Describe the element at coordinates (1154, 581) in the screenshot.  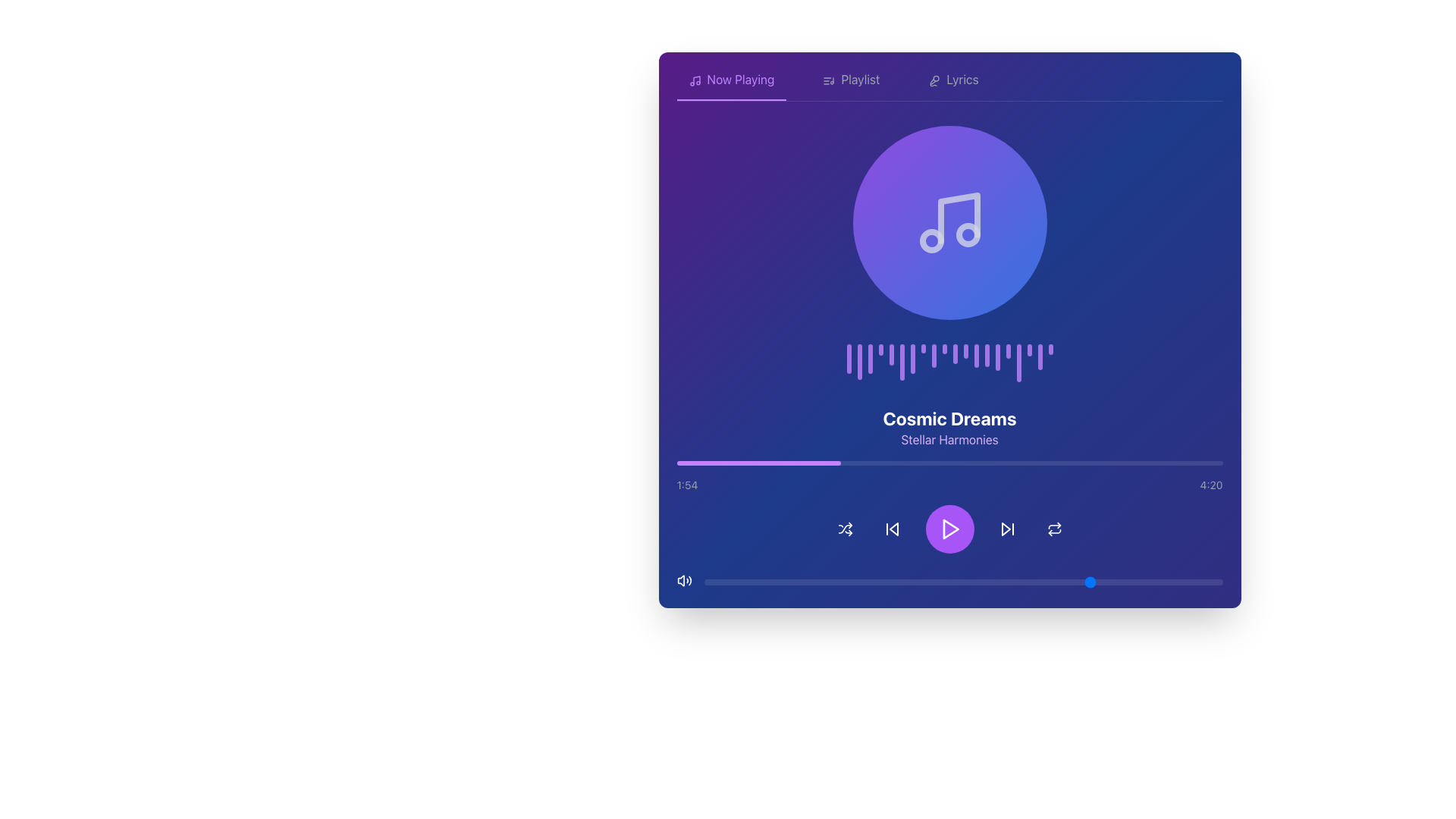
I see `the slider` at that location.